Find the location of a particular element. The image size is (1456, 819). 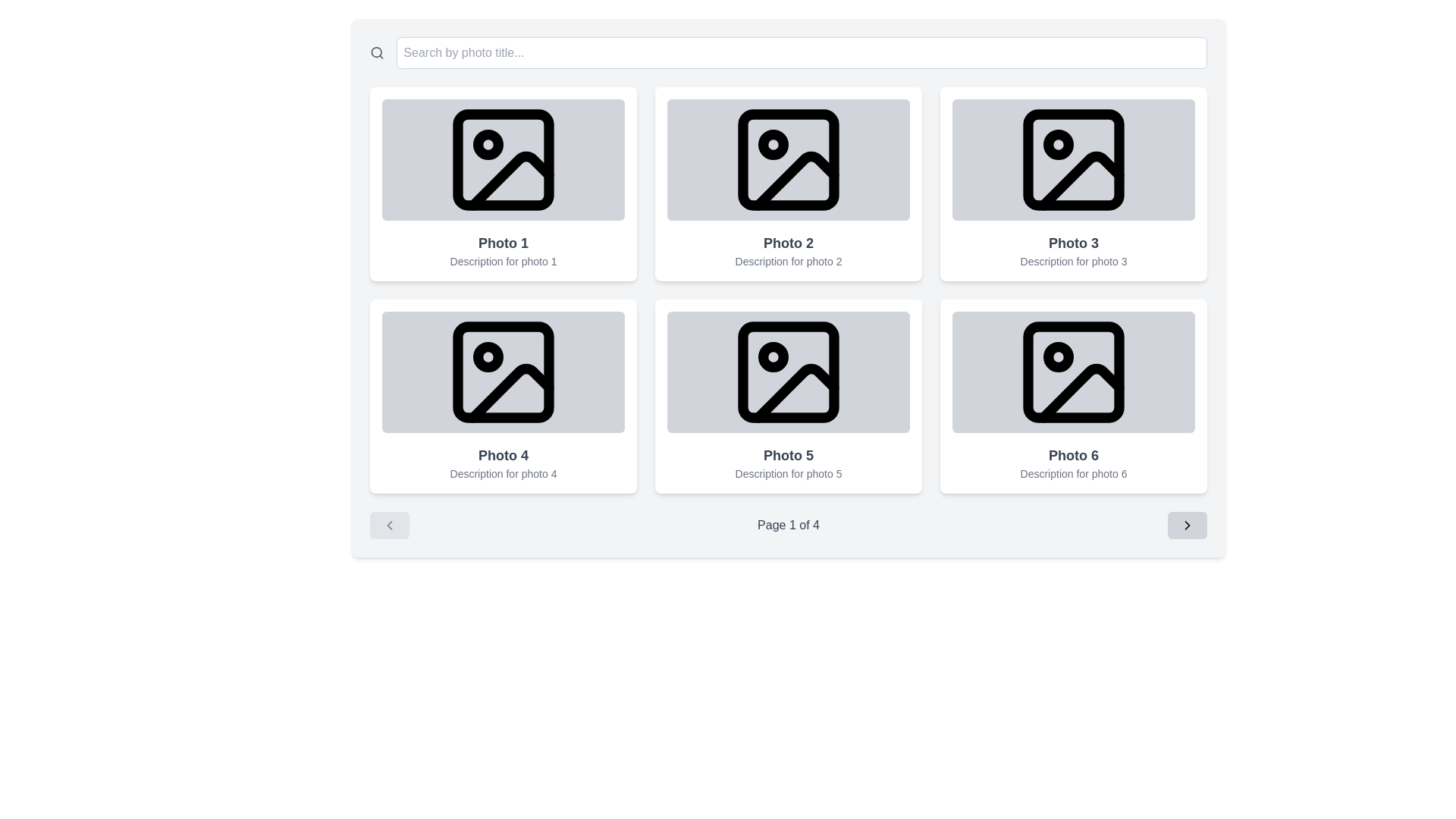

the text label displaying 'Photo 2' in bold, dark gray, located in the second card of the first row in a card grid layout is located at coordinates (789, 242).